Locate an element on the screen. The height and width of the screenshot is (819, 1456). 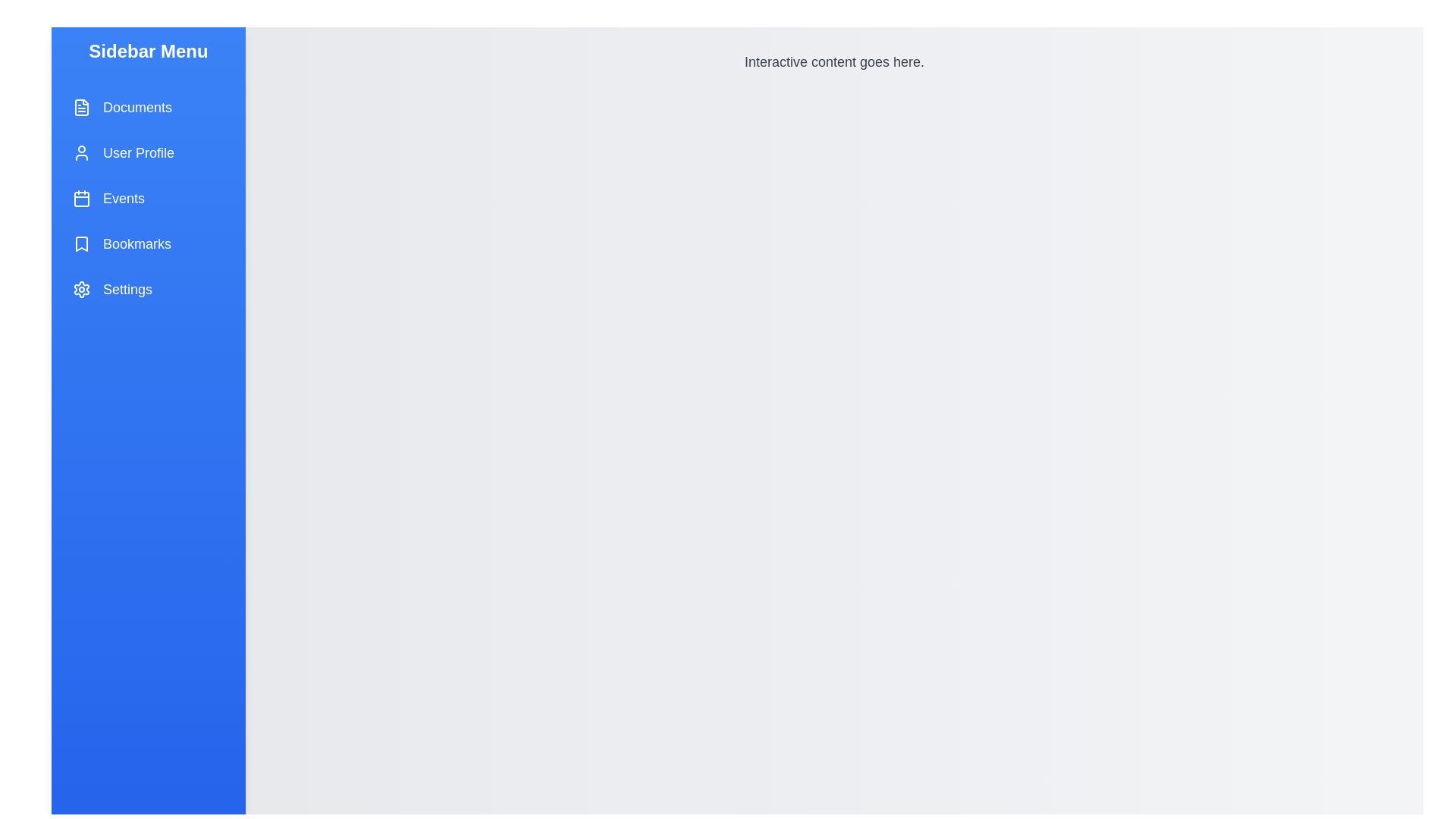
the menu item labeled Settings is located at coordinates (149, 289).